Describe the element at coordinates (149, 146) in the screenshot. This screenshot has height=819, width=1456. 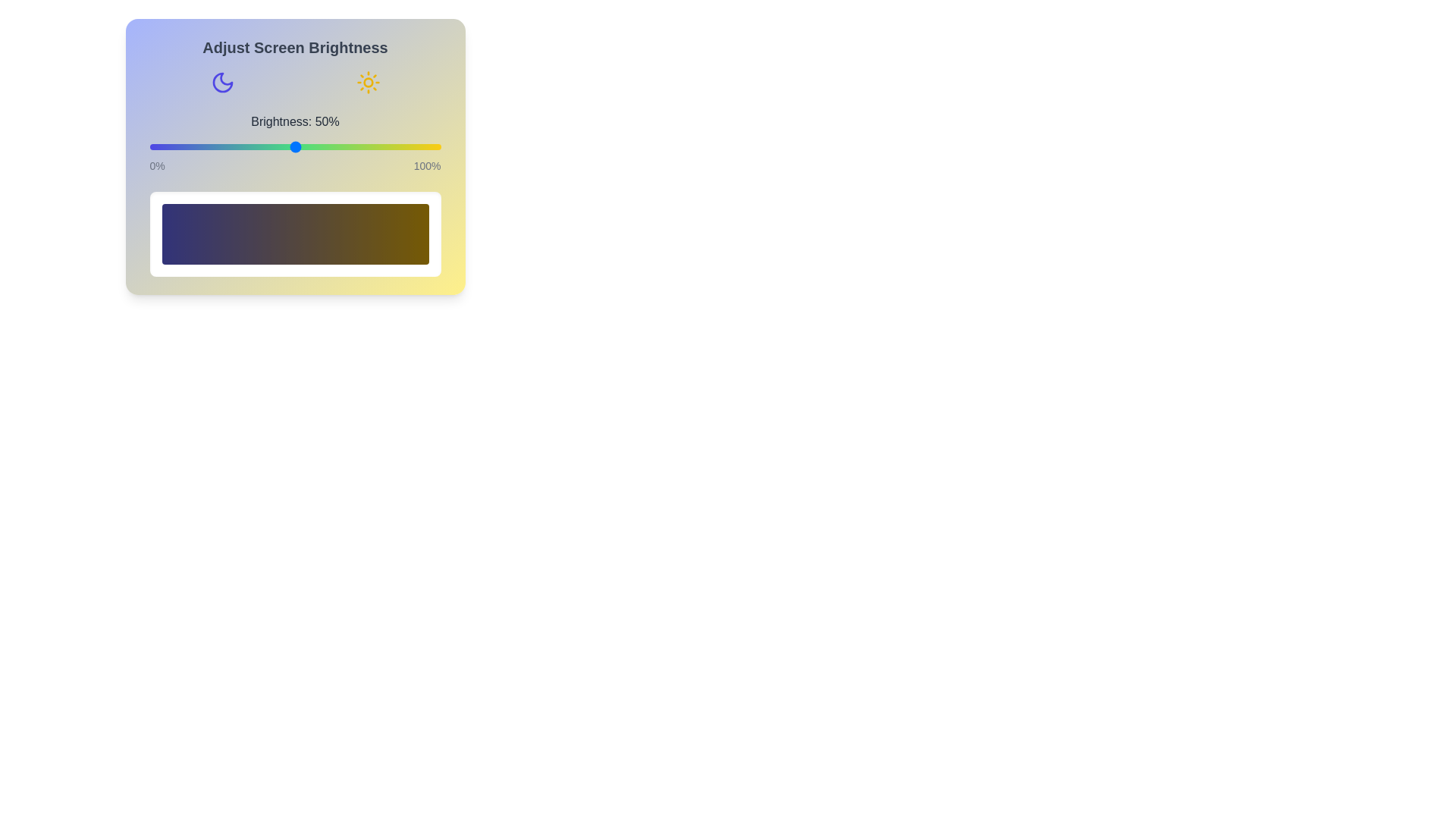
I see `the brightness slider to 0%` at that location.